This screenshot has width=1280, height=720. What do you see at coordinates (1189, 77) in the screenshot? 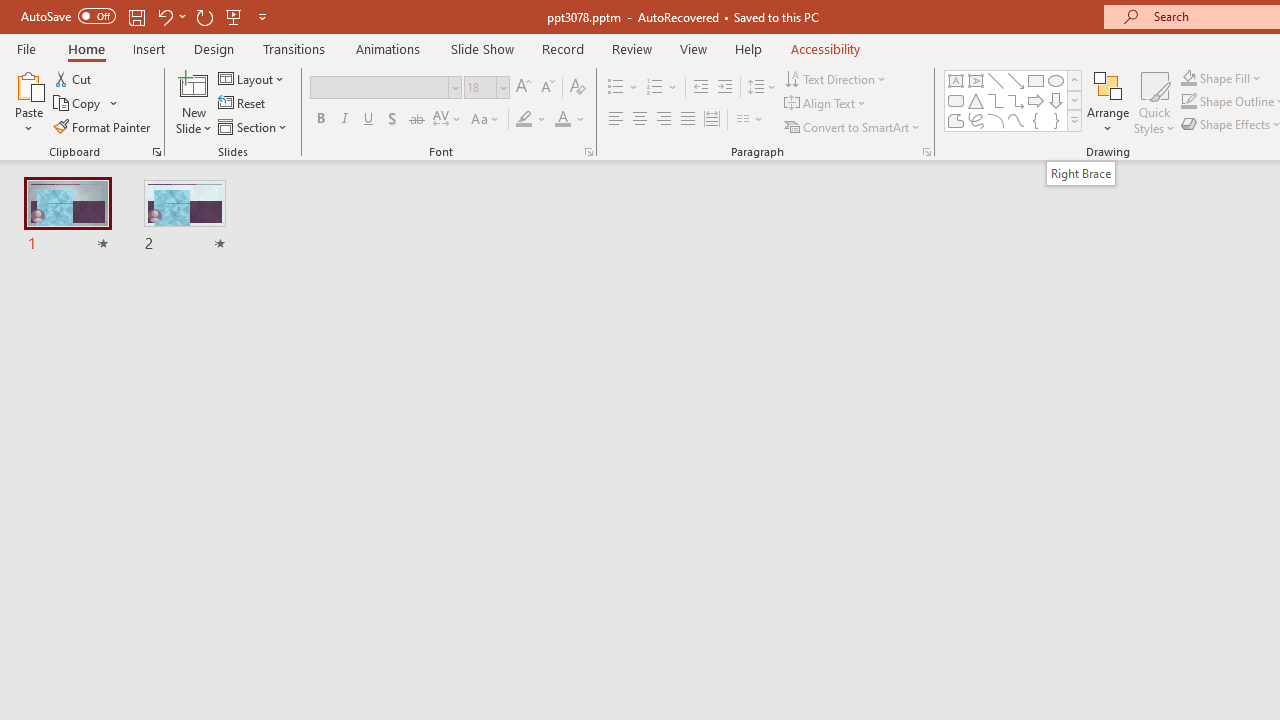
I see `'Shape Fill Dark Green, Accent 2'` at bounding box center [1189, 77].